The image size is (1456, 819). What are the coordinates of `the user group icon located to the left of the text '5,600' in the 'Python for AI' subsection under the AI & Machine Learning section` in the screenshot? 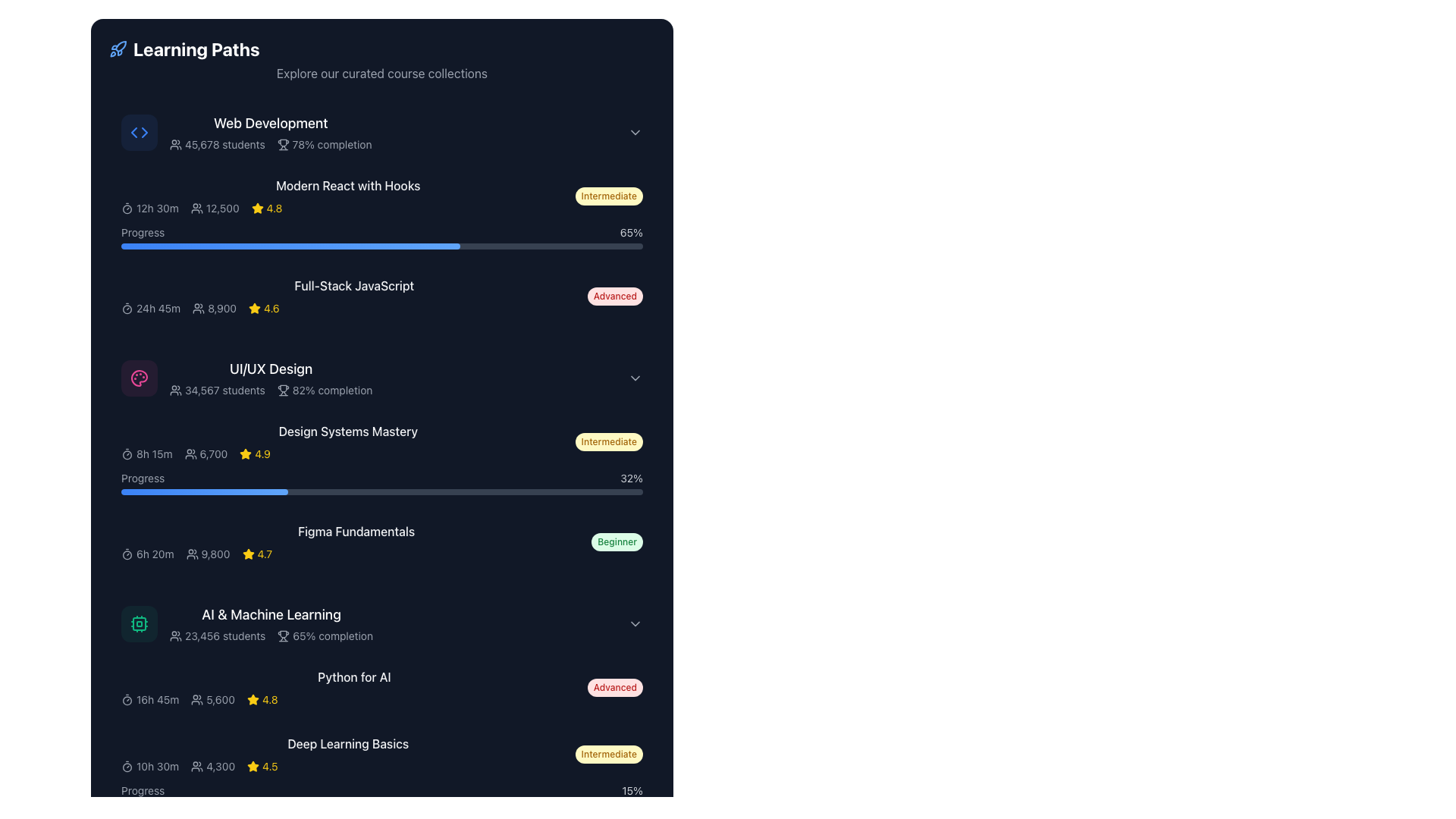 It's located at (196, 699).